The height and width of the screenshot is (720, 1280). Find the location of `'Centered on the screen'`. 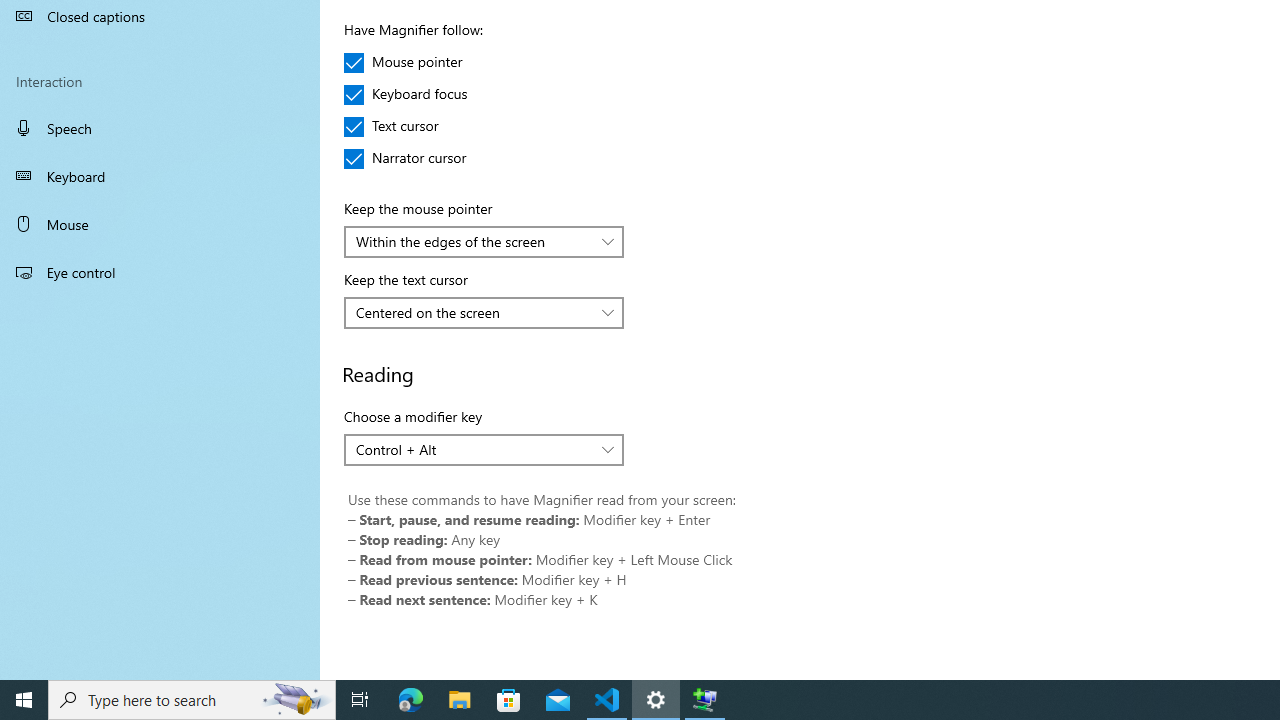

'Centered on the screen' is located at coordinates (472, 312).